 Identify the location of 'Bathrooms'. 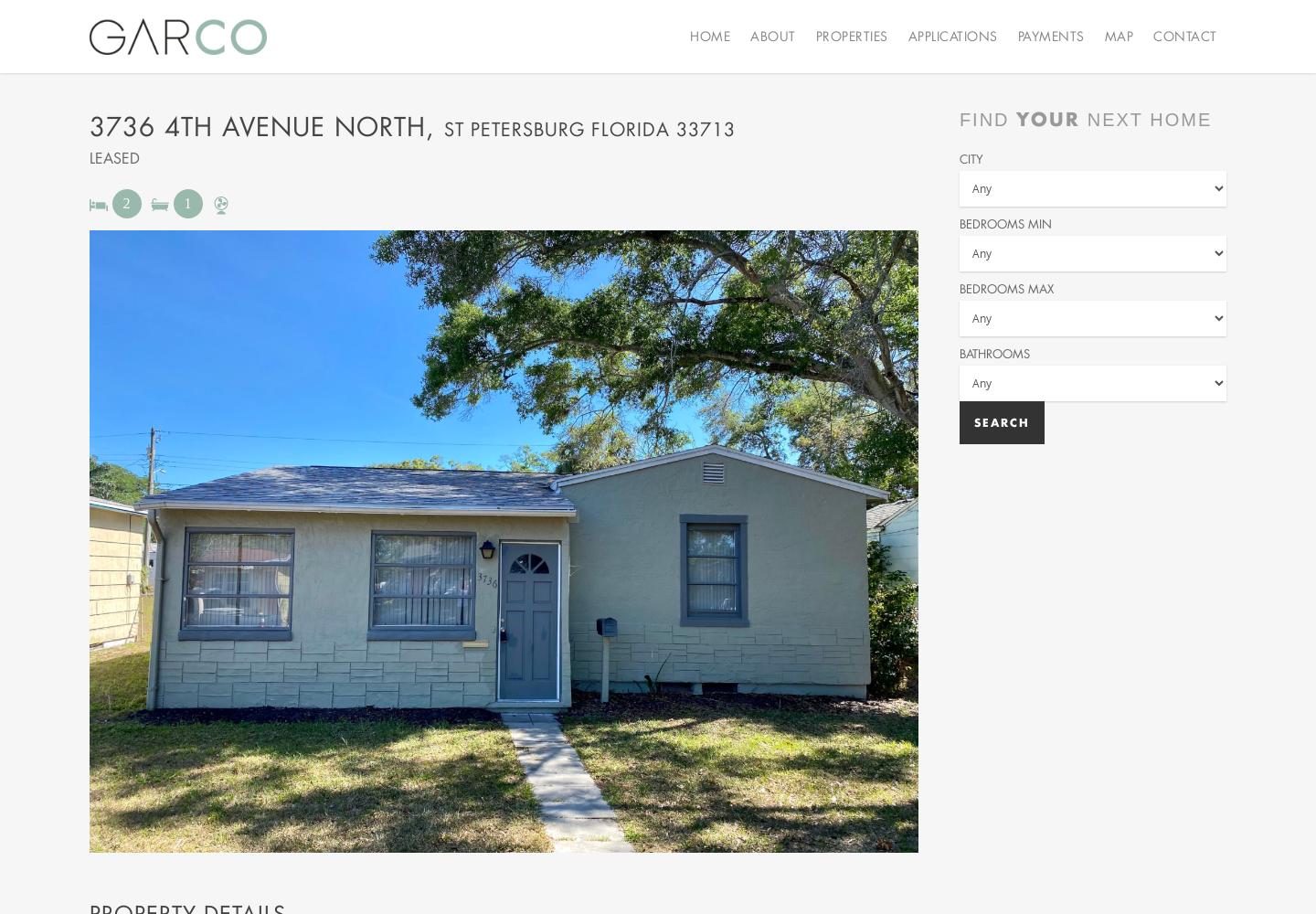
(992, 353).